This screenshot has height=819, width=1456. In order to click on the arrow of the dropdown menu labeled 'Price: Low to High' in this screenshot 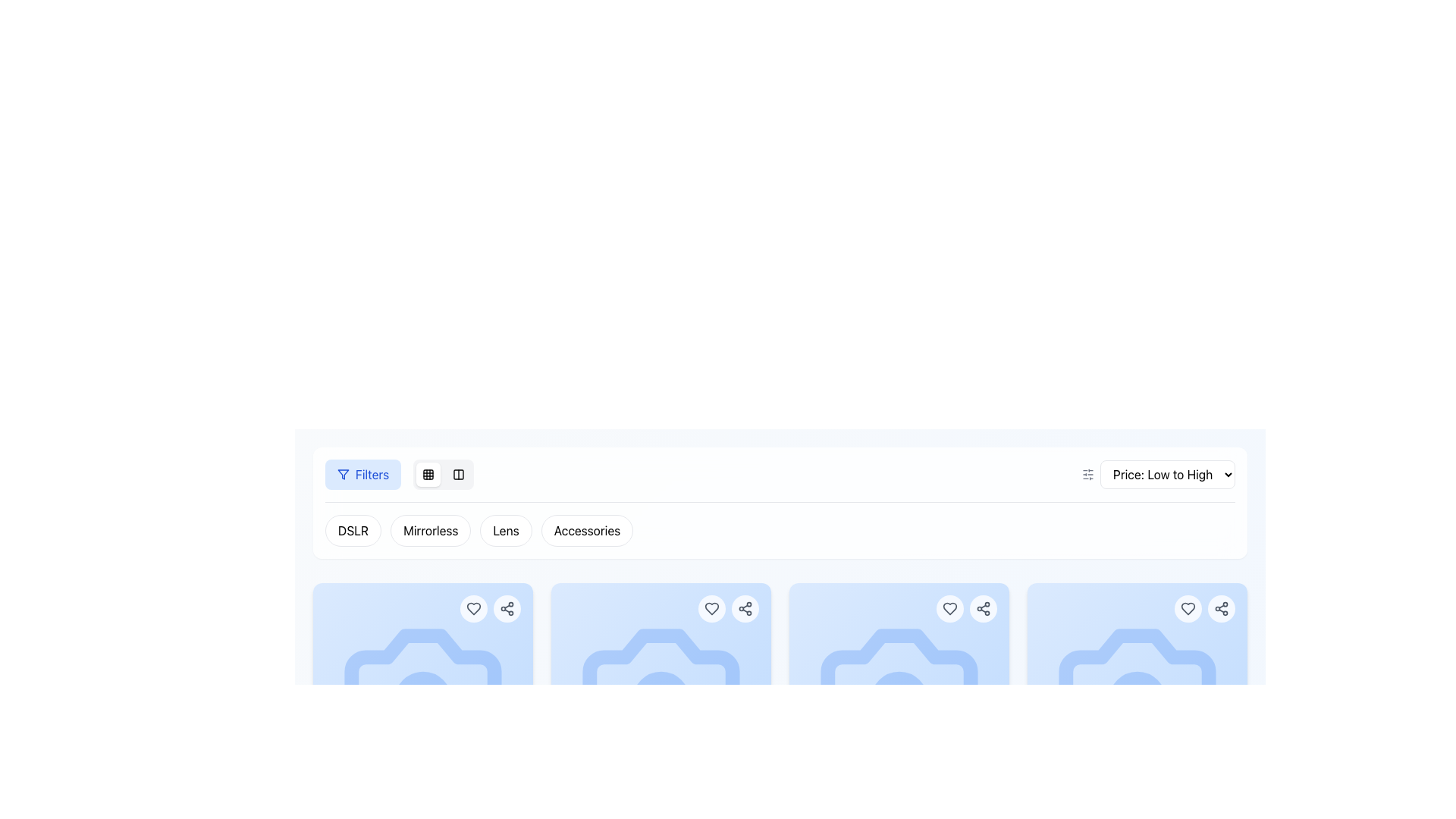, I will do `click(1167, 473)`.